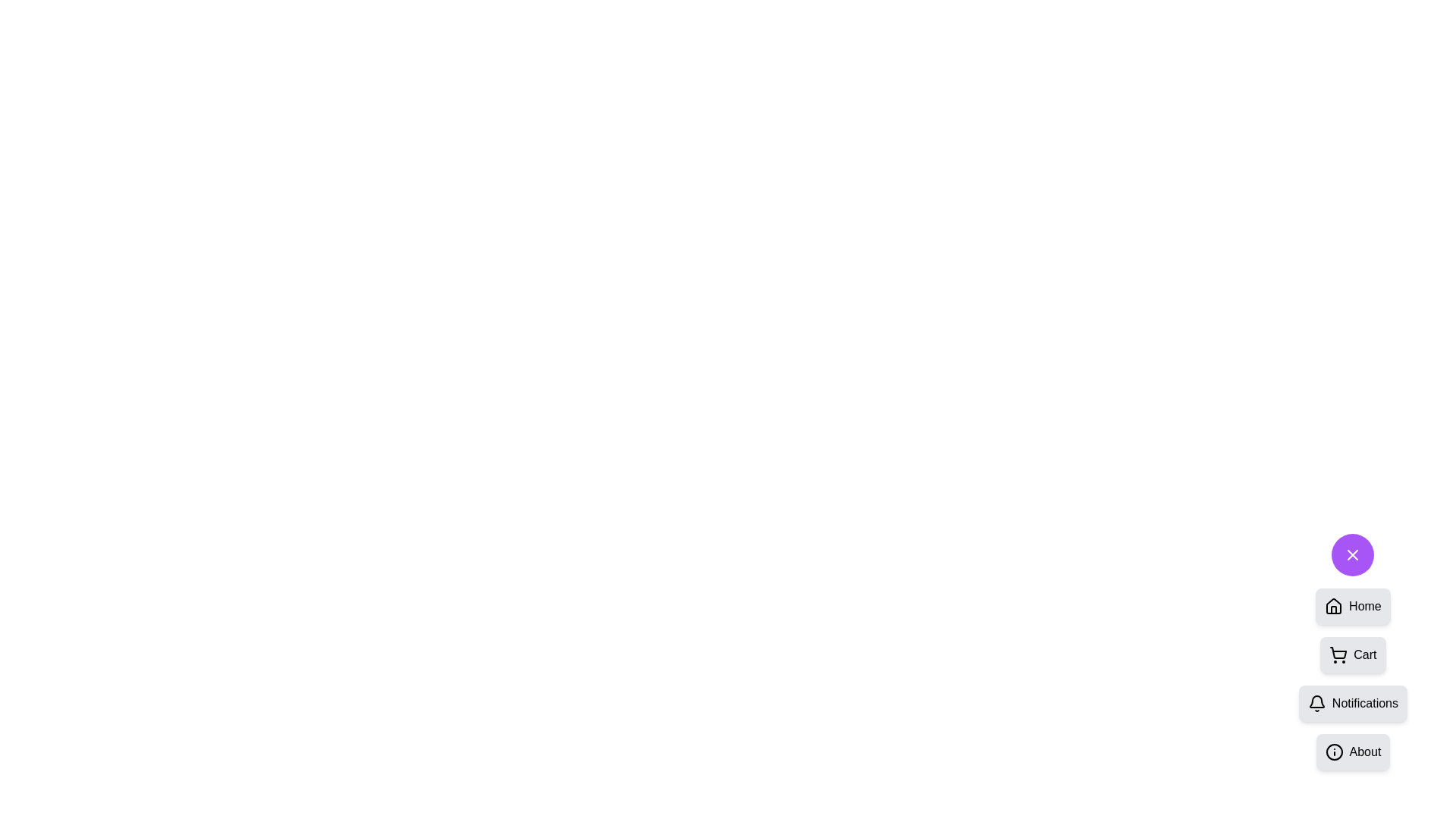  I want to click on the option Notifications from the SpeedDial menu, so click(1353, 704).